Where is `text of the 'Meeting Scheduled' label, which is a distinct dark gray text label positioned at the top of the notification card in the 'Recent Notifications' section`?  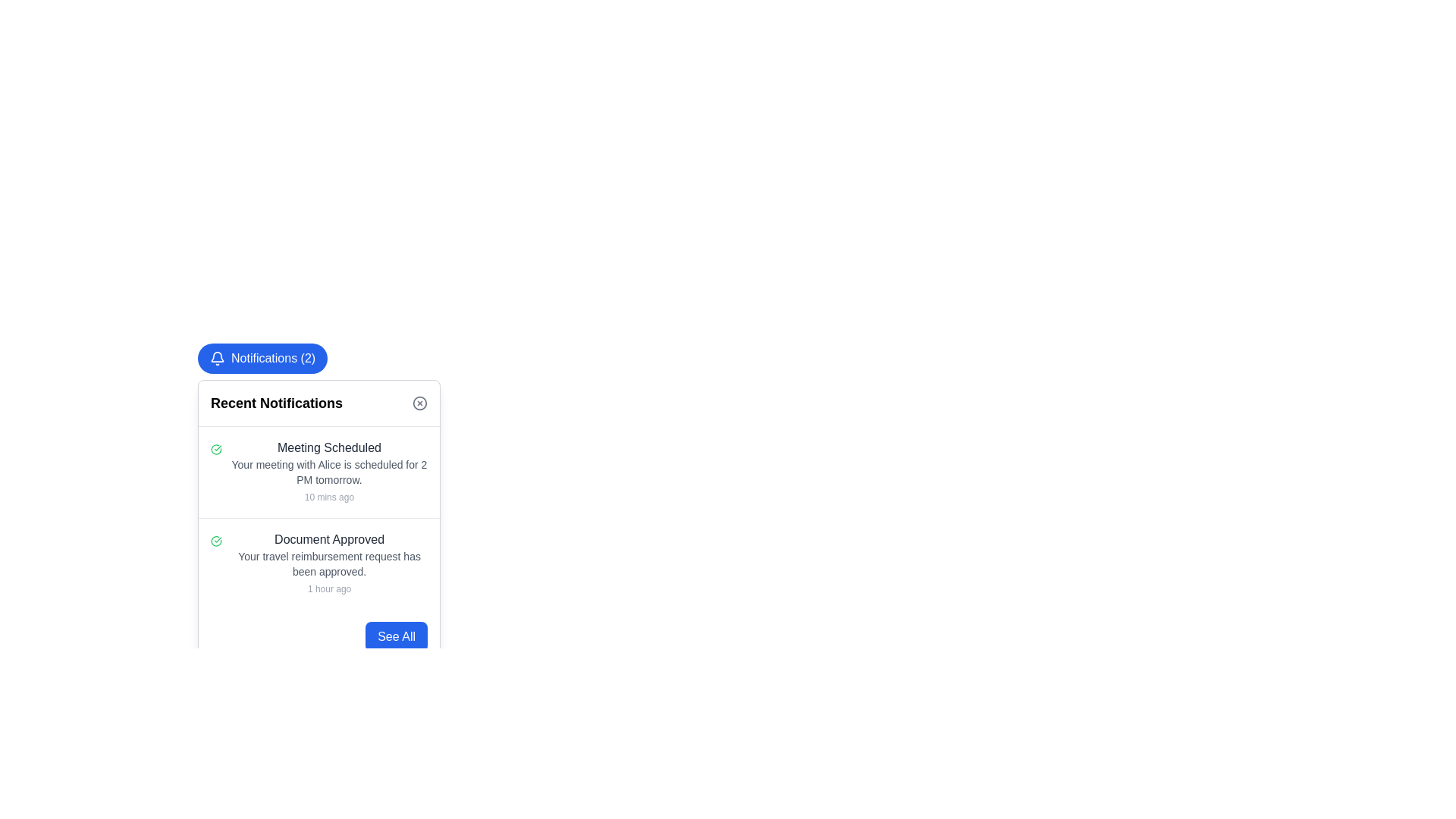 text of the 'Meeting Scheduled' label, which is a distinct dark gray text label positioned at the top of the notification card in the 'Recent Notifications' section is located at coordinates (328, 447).